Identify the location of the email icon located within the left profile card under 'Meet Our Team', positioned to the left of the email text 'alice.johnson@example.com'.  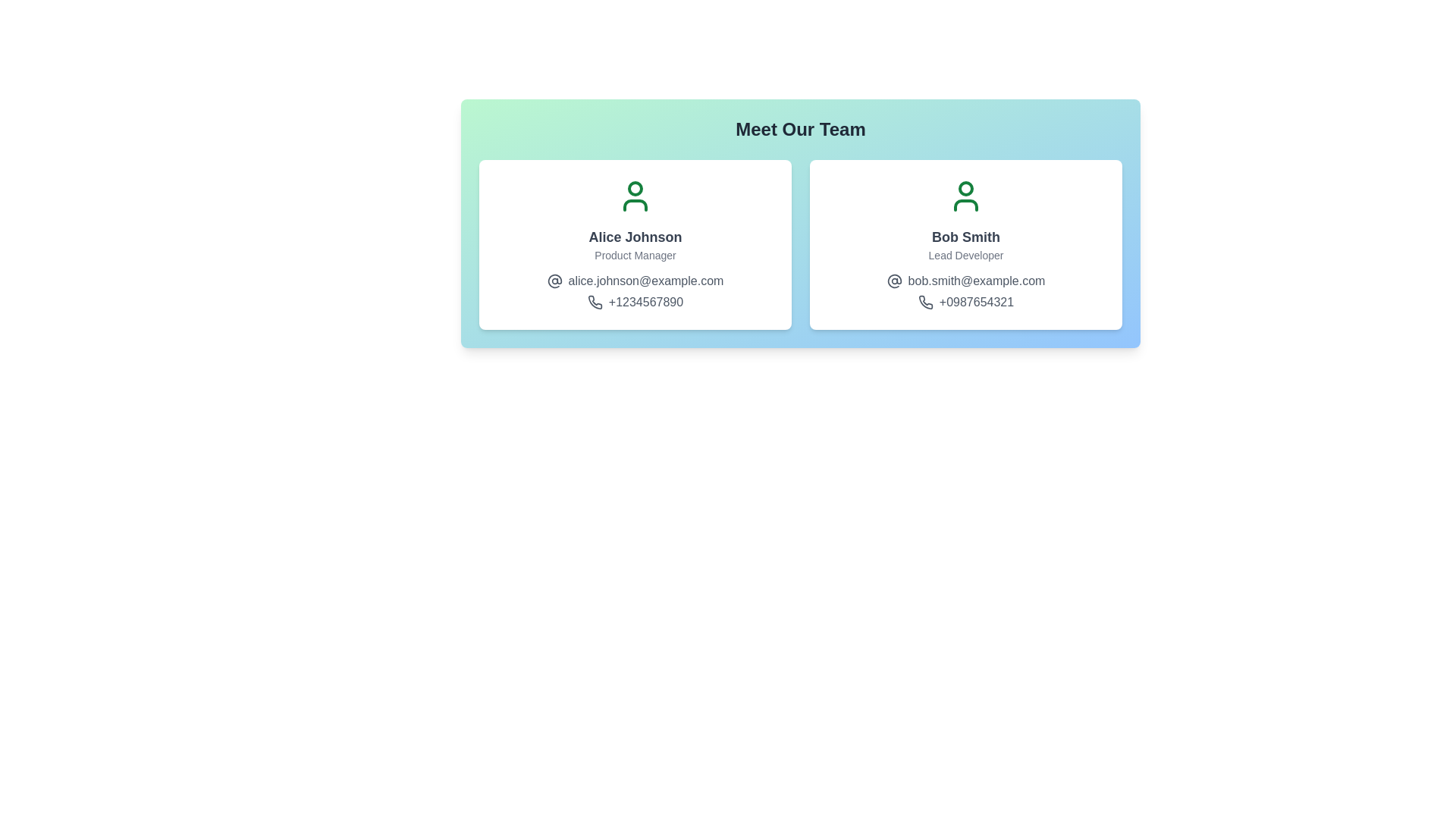
(554, 281).